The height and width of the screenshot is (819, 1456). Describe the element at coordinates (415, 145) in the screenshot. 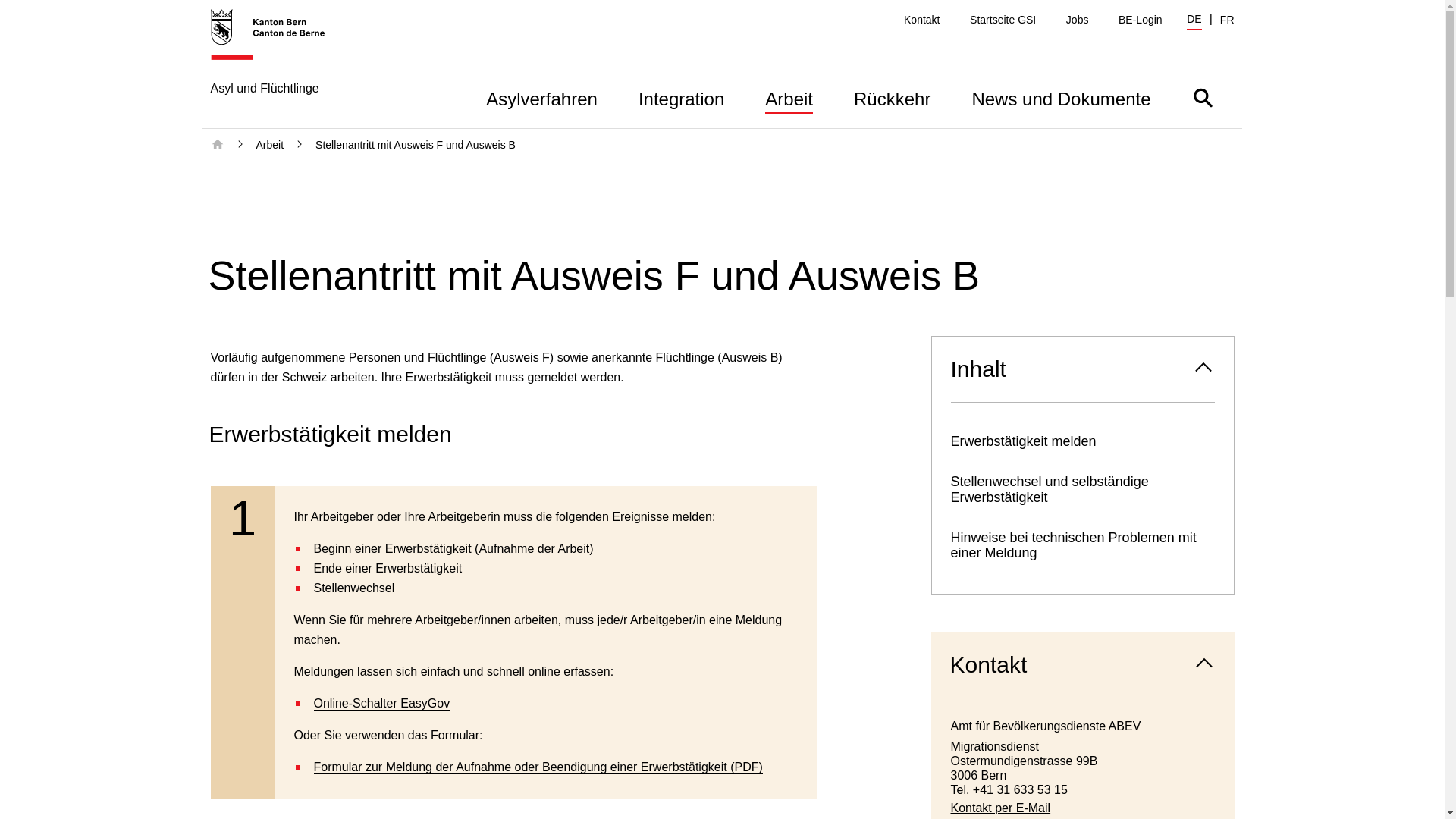

I see `'Stellenantritt mit Ausweis F und Ausweis B'` at that location.